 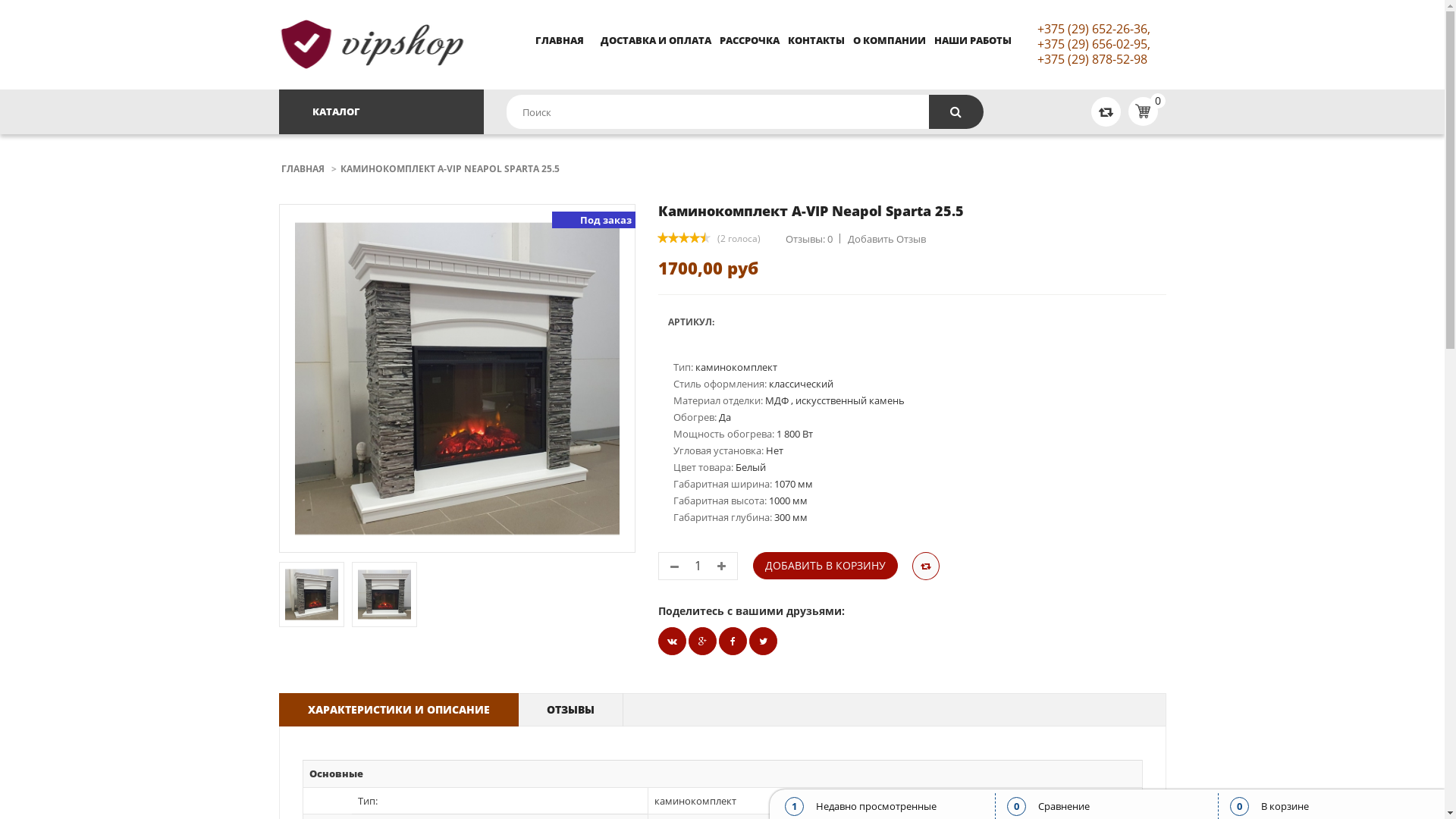 I want to click on 'Twitter', so click(x=763, y=641).